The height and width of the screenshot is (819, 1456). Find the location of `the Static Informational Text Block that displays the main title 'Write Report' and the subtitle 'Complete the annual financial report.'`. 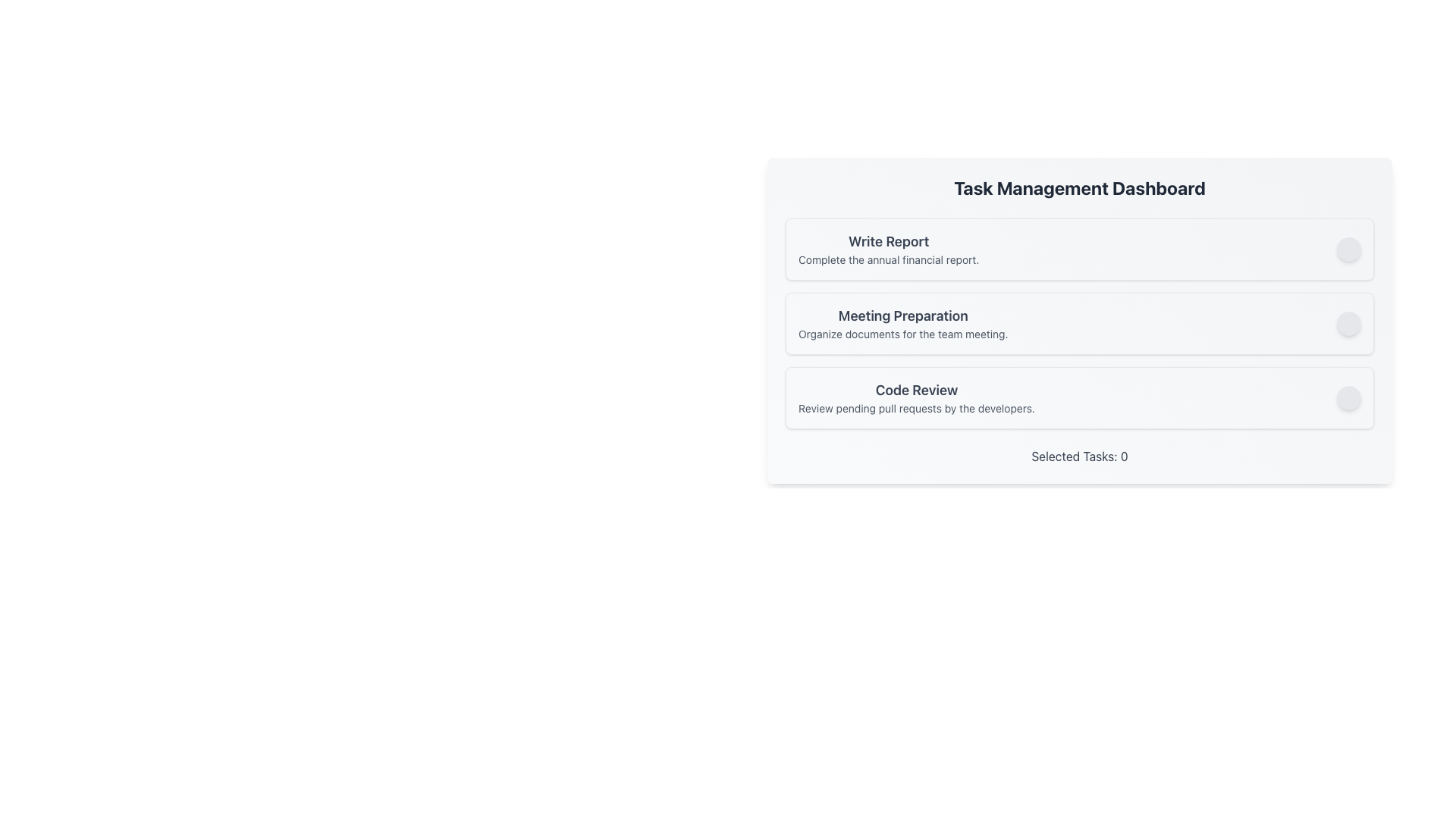

the Static Informational Text Block that displays the main title 'Write Report' and the subtitle 'Complete the annual financial report.' is located at coordinates (889, 248).